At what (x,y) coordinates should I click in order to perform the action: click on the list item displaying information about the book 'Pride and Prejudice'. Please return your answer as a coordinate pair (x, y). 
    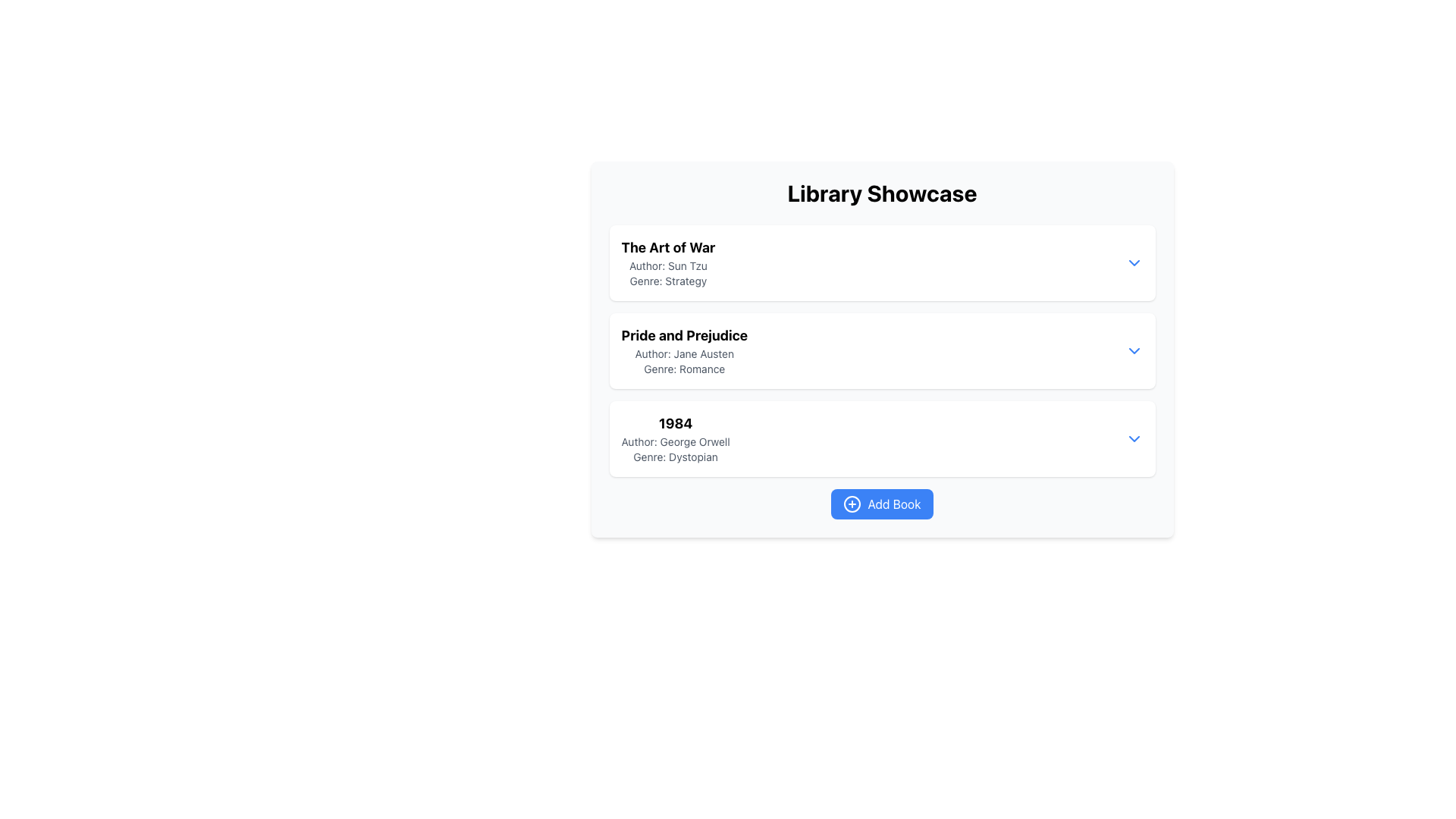
    Looking at the image, I should click on (882, 372).